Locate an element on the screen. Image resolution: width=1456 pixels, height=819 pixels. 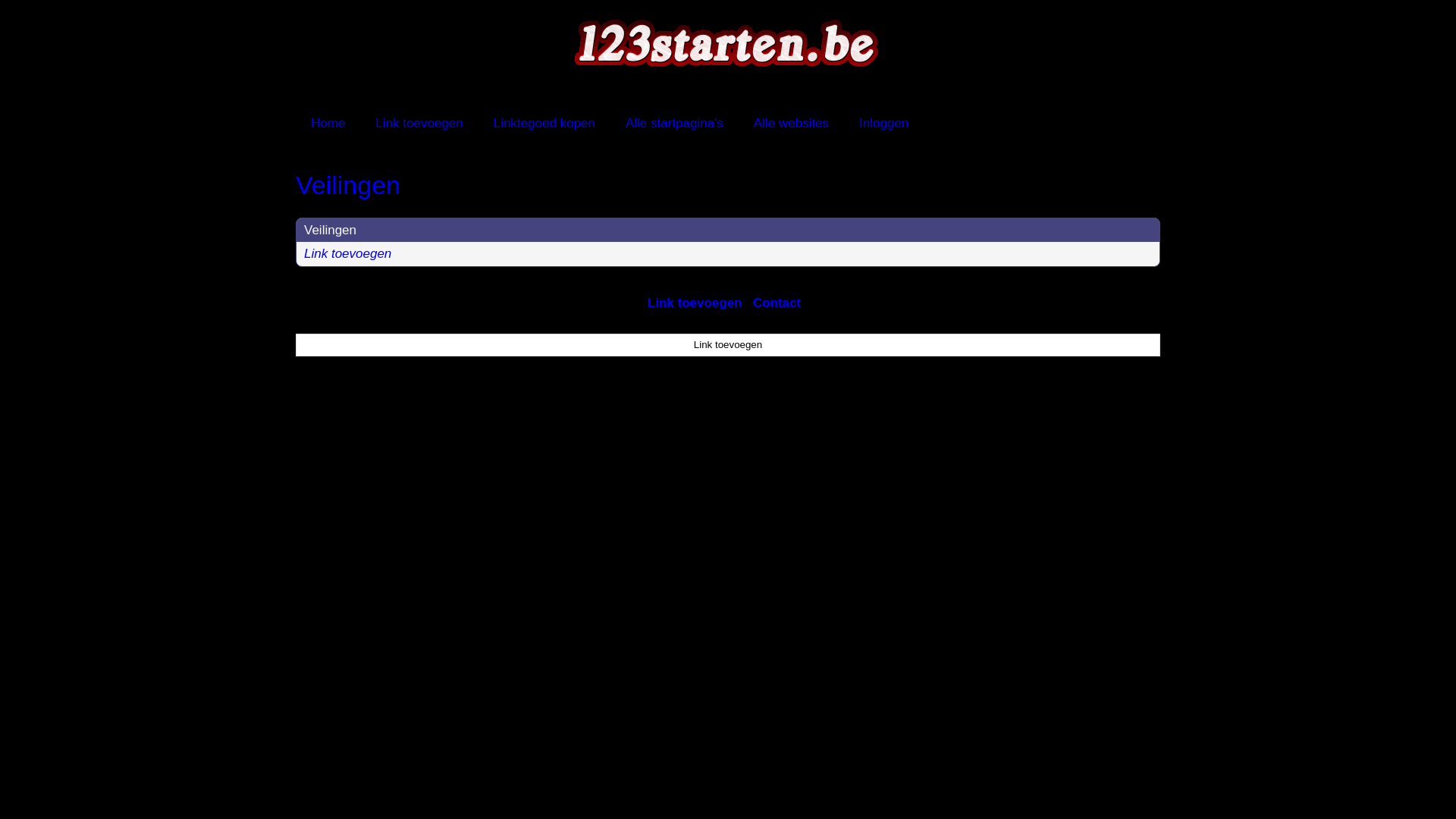
'Home' is located at coordinates (327, 122).